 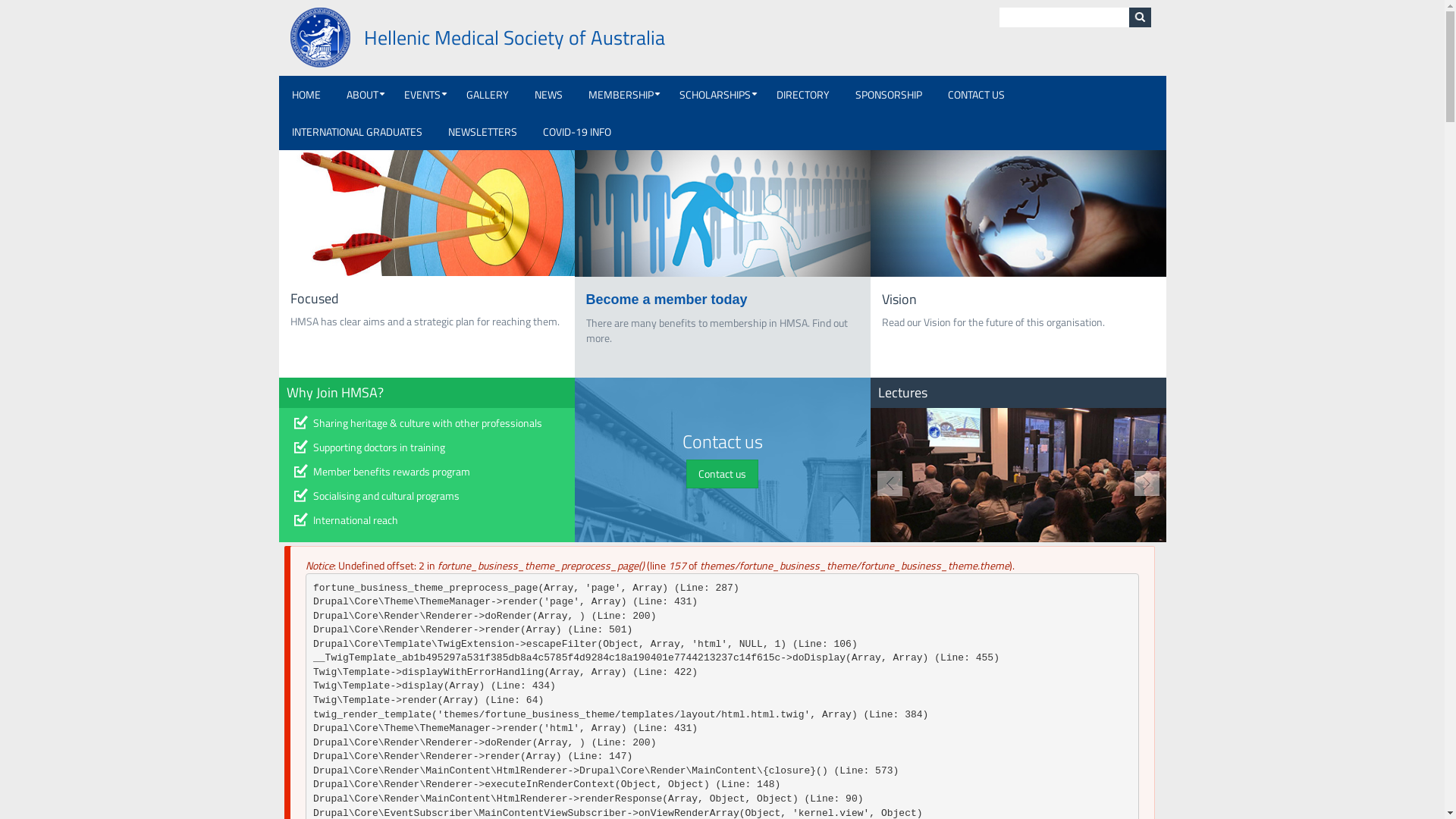 I want to click on 'HOME', so click(x=305, y=94).